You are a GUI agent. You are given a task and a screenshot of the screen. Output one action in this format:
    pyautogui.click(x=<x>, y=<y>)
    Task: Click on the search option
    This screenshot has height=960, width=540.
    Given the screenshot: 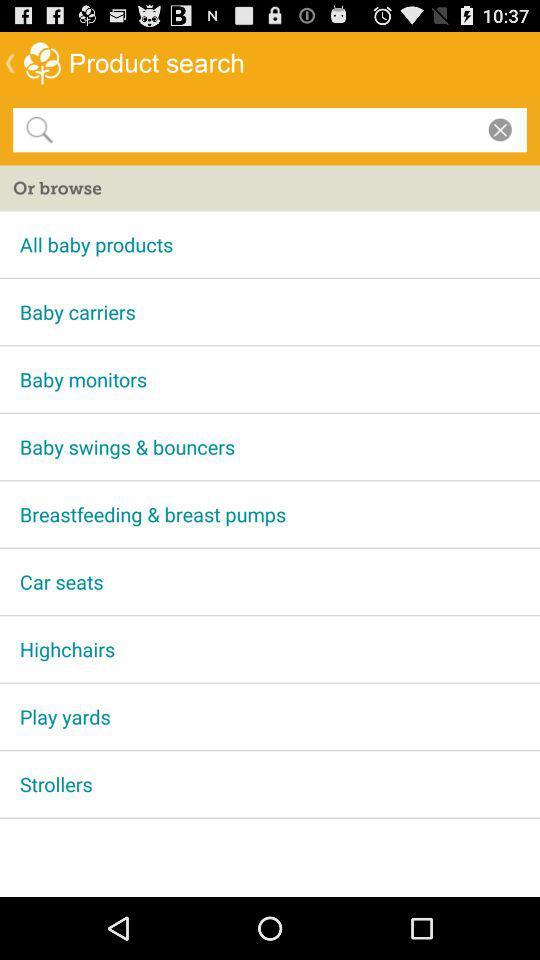 What is the action you would take?
    pyautogui.click(x=266, y=128)
    